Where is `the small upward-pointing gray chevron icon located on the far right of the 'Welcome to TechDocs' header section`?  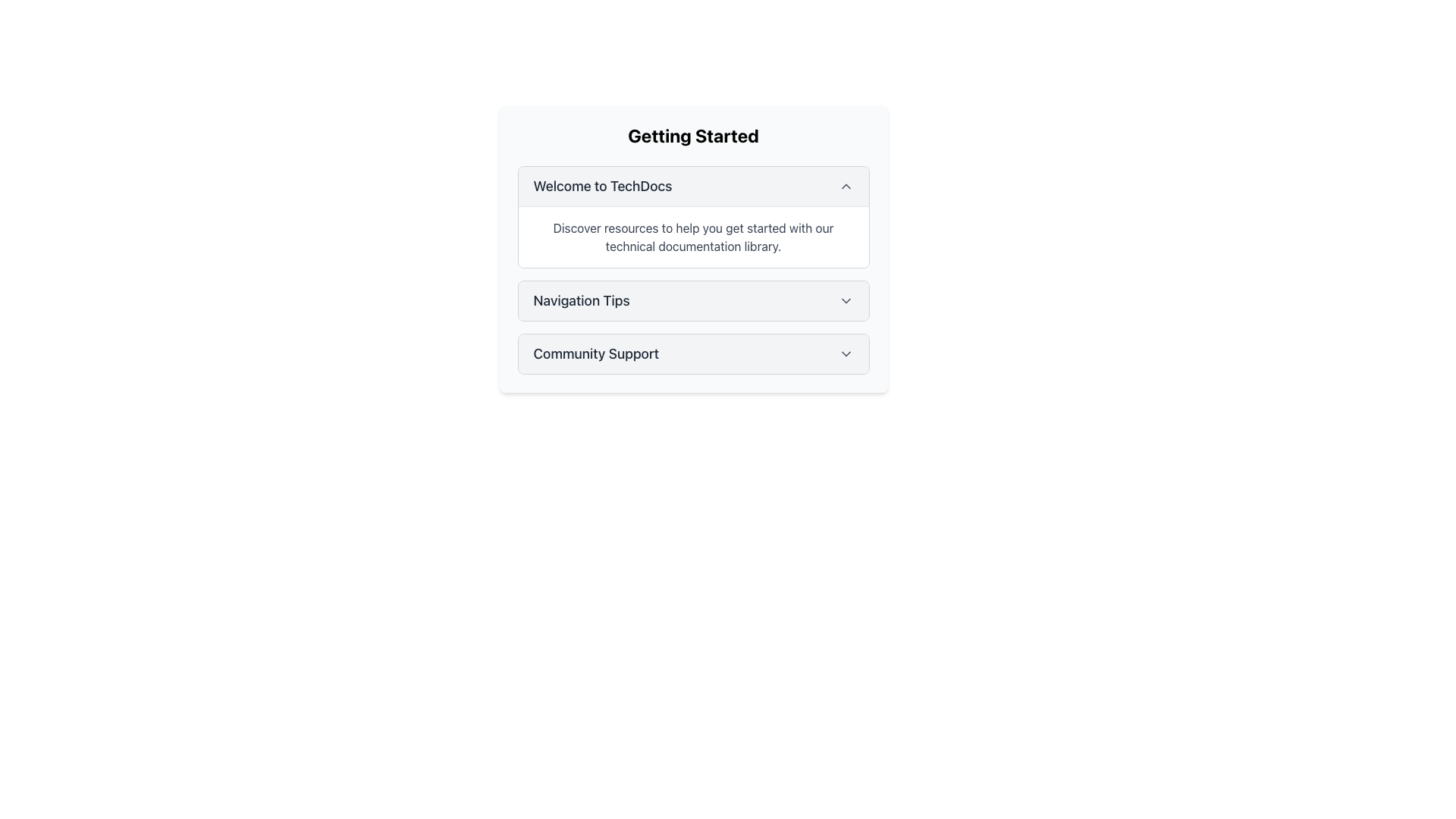
the small upward-pointing gray chevron icon located on the far right of the 'Welcome to TechDocs' header section is located at coordinates (845, 186).